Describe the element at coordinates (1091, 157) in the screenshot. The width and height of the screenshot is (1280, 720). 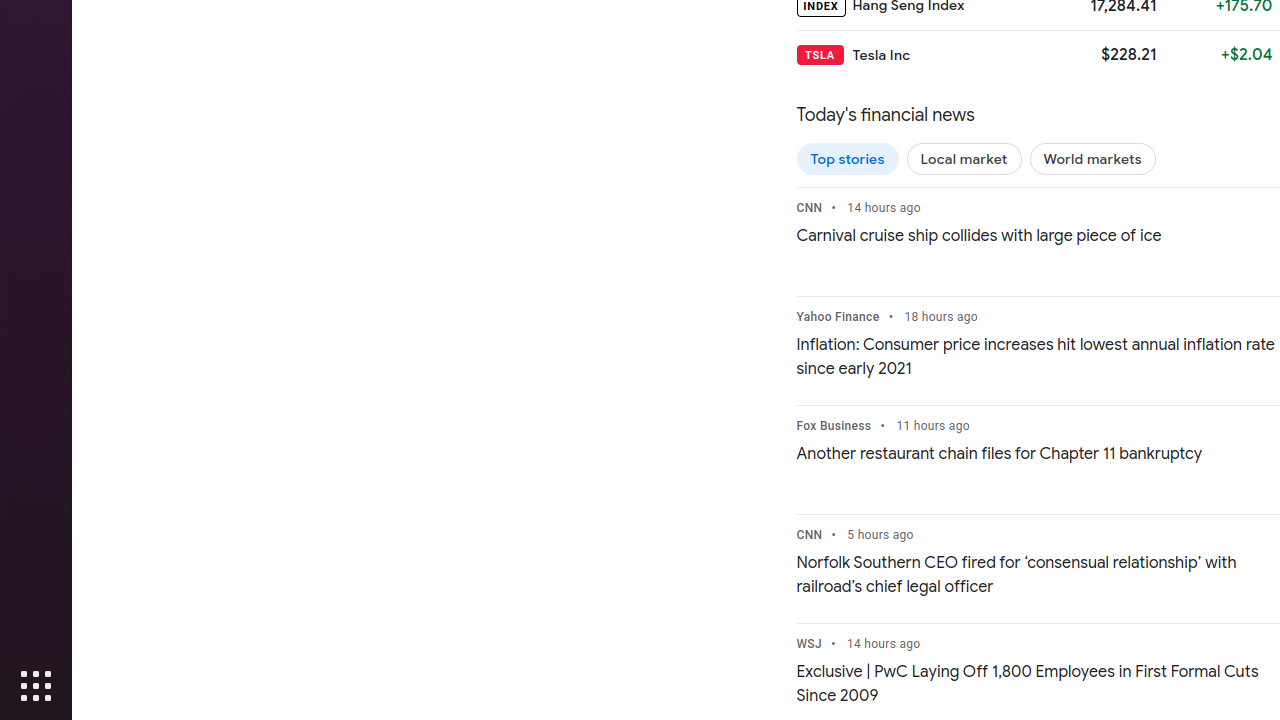
I see `'World markets'` at that location.